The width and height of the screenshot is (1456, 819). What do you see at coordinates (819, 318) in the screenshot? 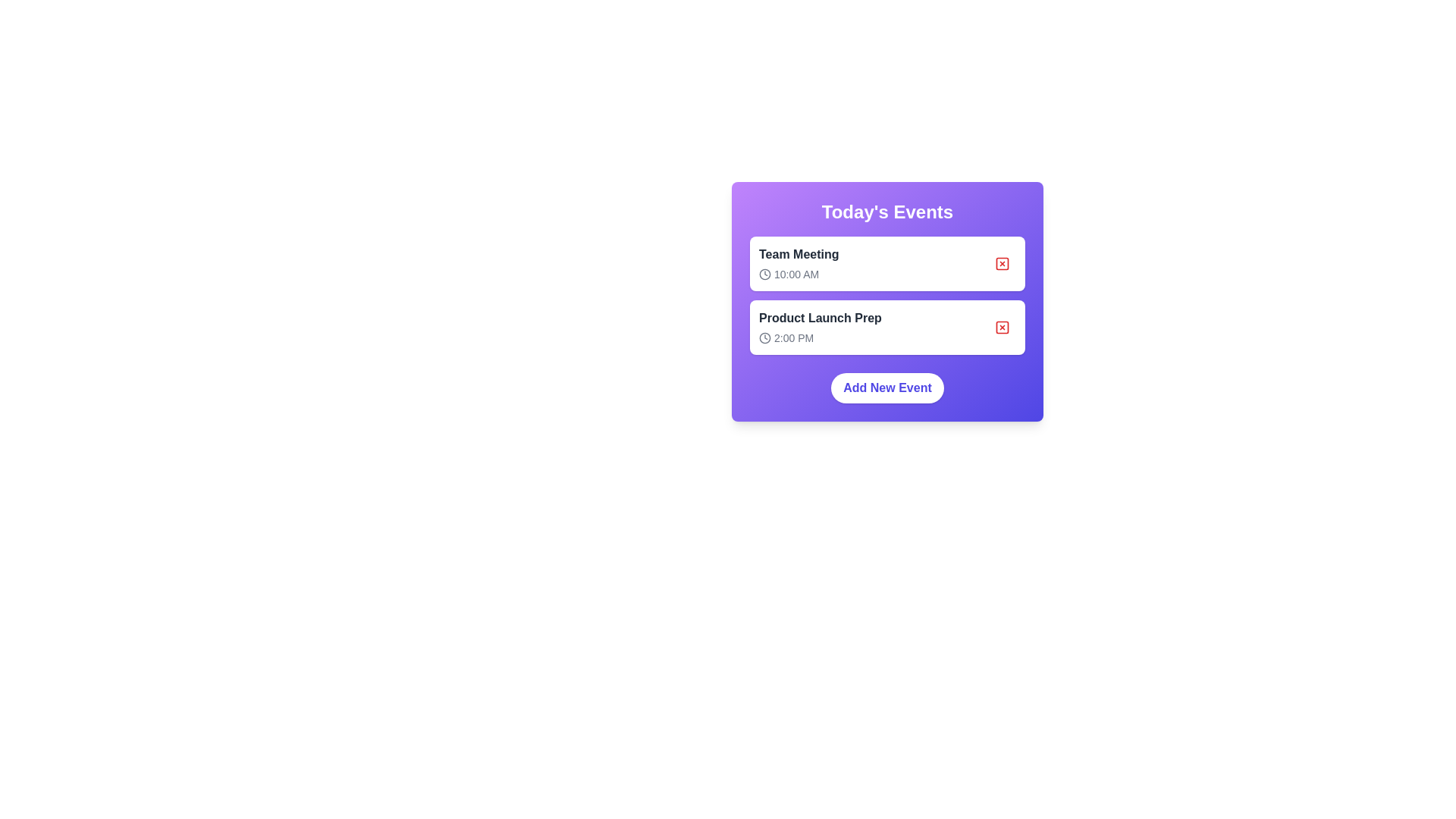
I see `the label indicating 'Product Launch Prep', which is positioned under the 'Today's Events' label in the second event entry, above the time entry '2:00 PM' and to the left of the delete icon` at bounding box center [819, 318].